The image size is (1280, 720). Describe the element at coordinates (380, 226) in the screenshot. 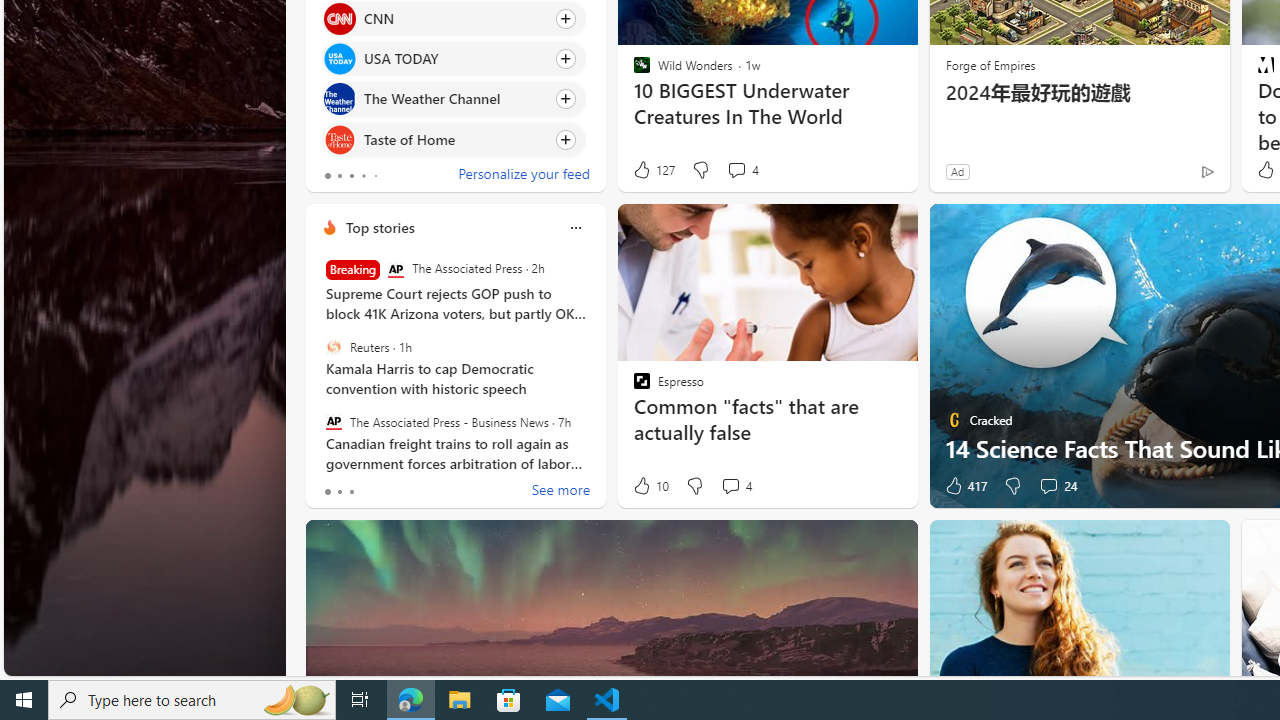

I see `'Top stories'` at that location.